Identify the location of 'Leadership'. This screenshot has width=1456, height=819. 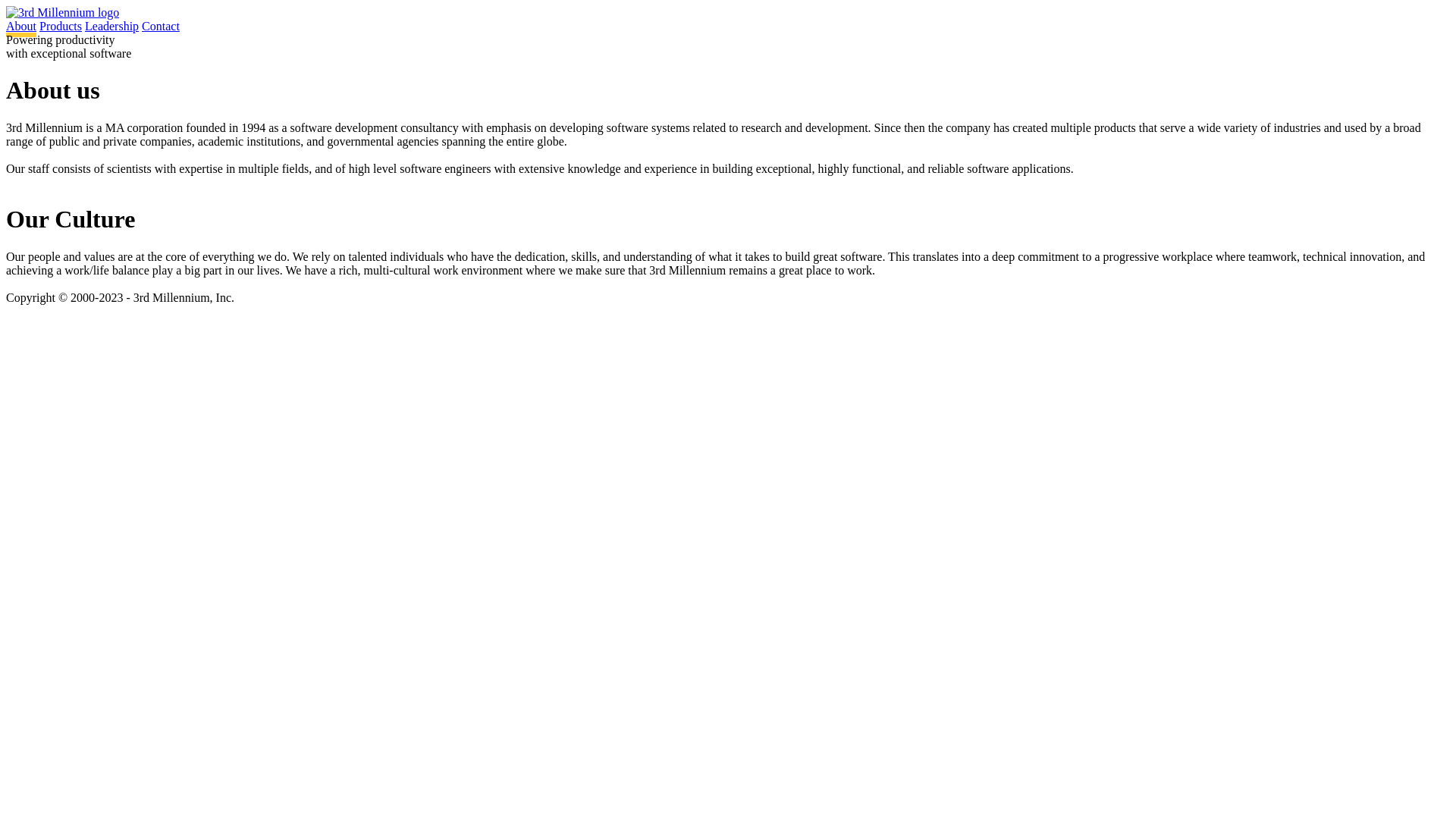
(111, 26).